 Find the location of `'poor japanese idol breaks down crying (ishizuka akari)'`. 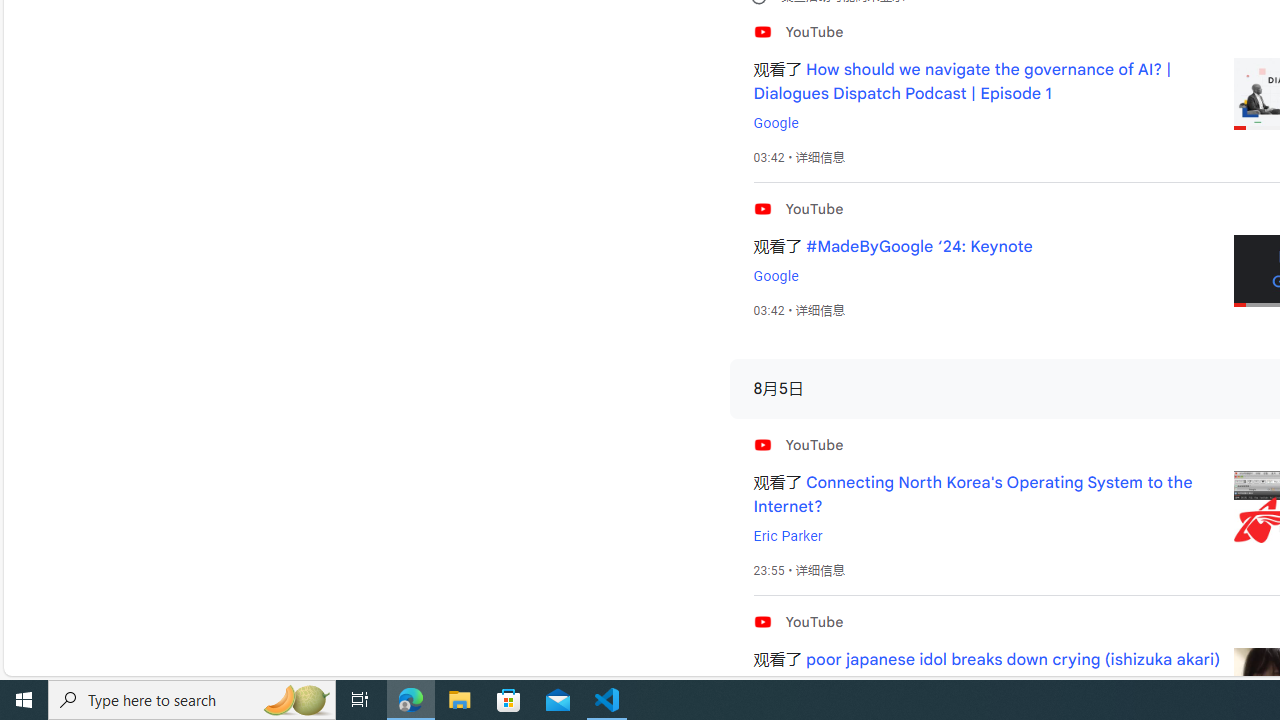

'poor japanese idol breaks down crying (ishizuka akari)' is located at coordinates (1013, 660).